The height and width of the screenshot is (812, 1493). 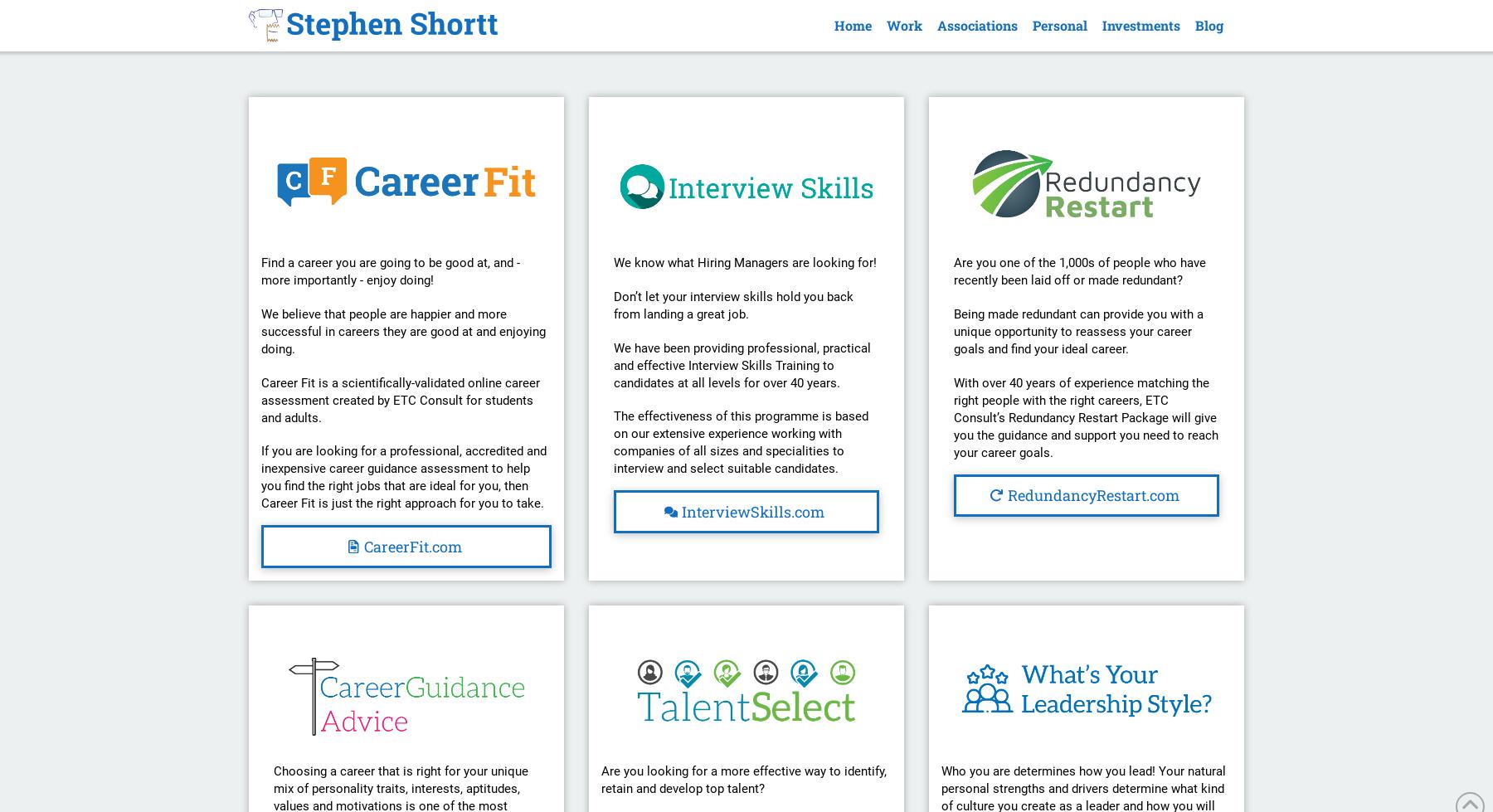 I want to click on 'If you are looking for a professional, accredited and inexpensive career guidance assessment to help you find the right jobs that are ideal for you, then Career Fit is just the right approach for you to take.', so click(x=403, y=476).